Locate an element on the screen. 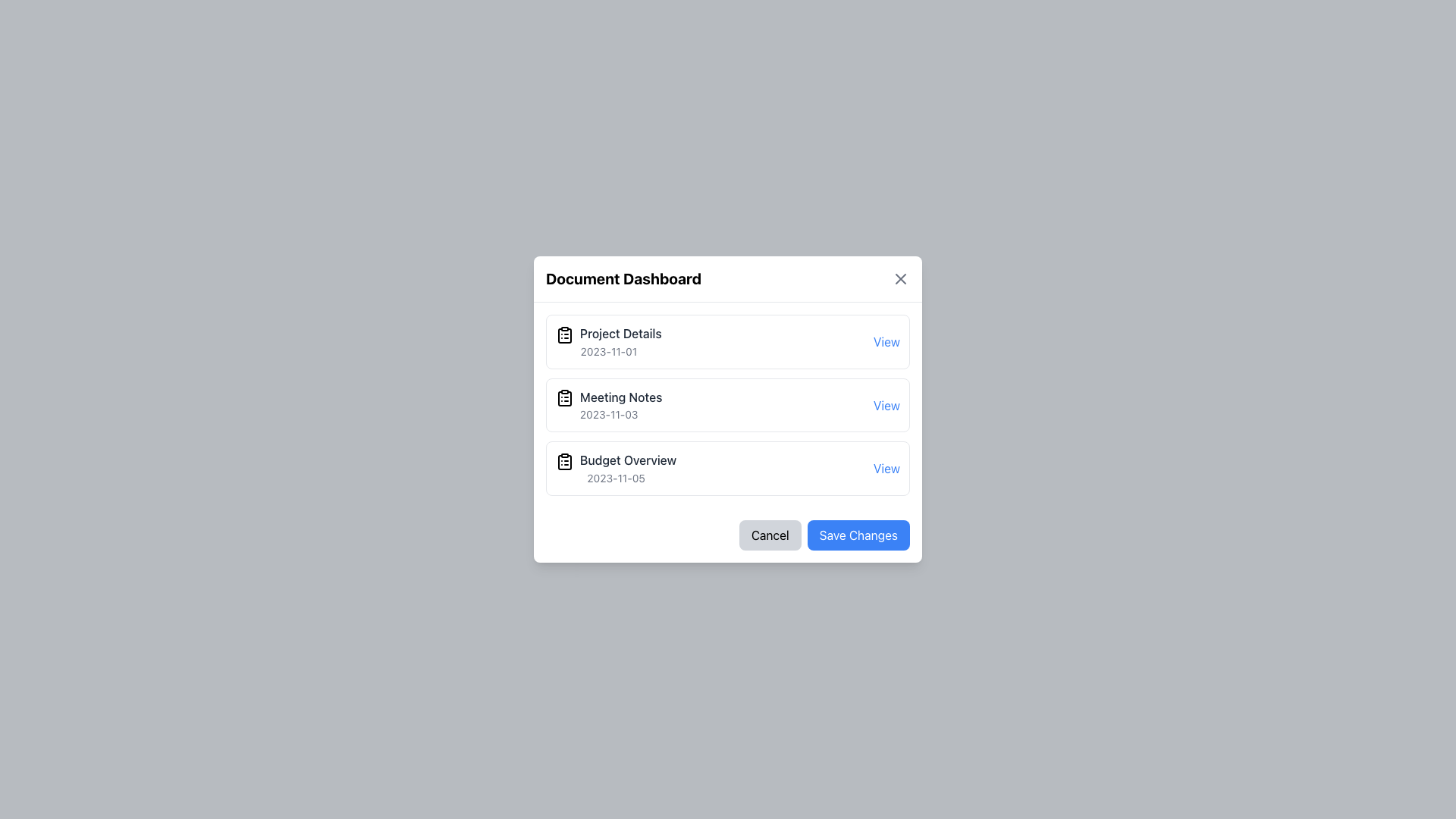 Image resolution: width=1456 pixels, height=819 pixels. the Text label displaying the date associated with project details, located below 'Project Details' in the 'Document Dashboard' pop-up is located at coordinates (608, 351).